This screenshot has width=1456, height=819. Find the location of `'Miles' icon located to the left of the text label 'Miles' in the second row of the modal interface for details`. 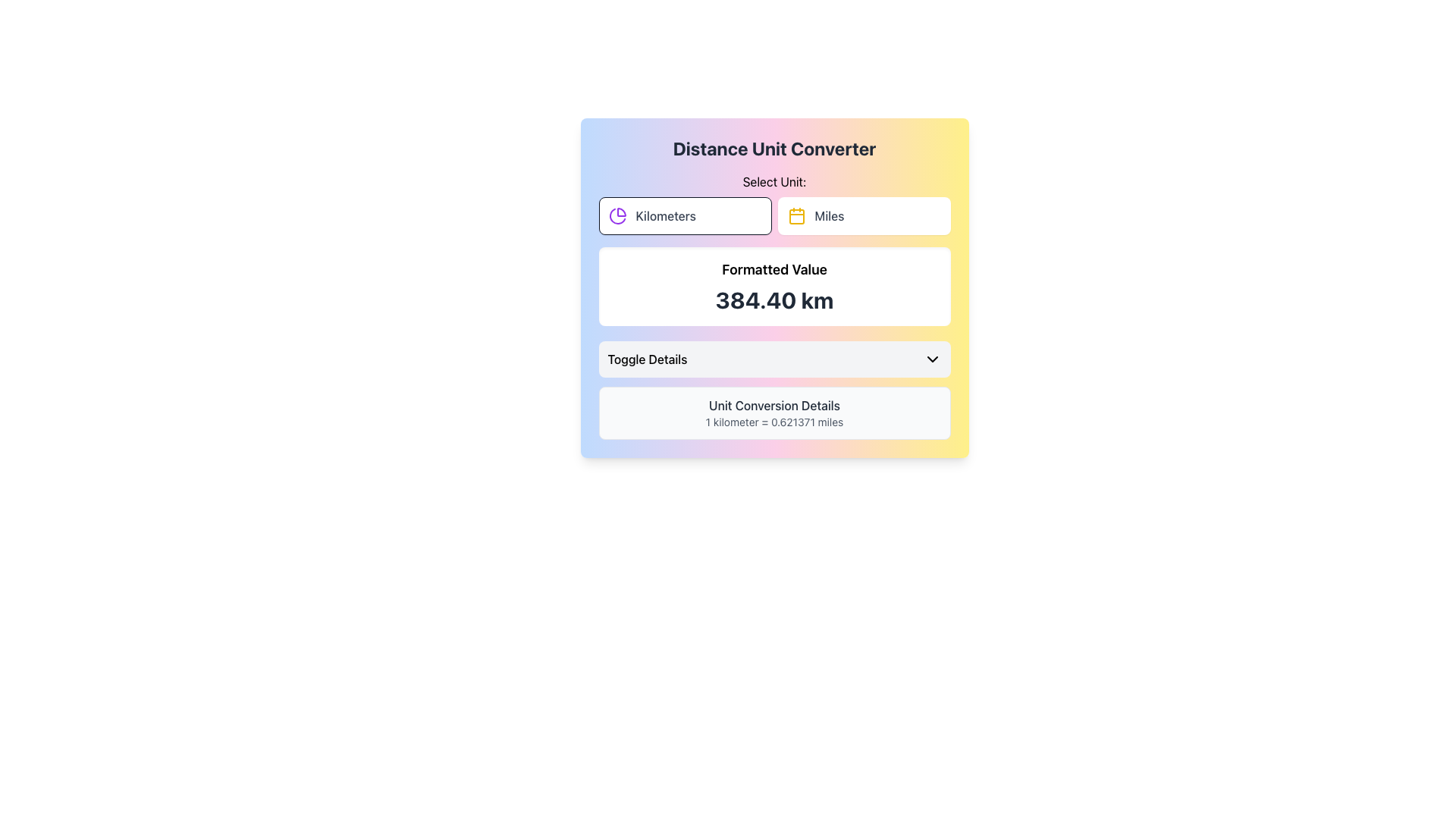

'Miles' icon located to the left of the text label 'Miles' in the second row of the modal interface for details is located at coordinates (795, 216).